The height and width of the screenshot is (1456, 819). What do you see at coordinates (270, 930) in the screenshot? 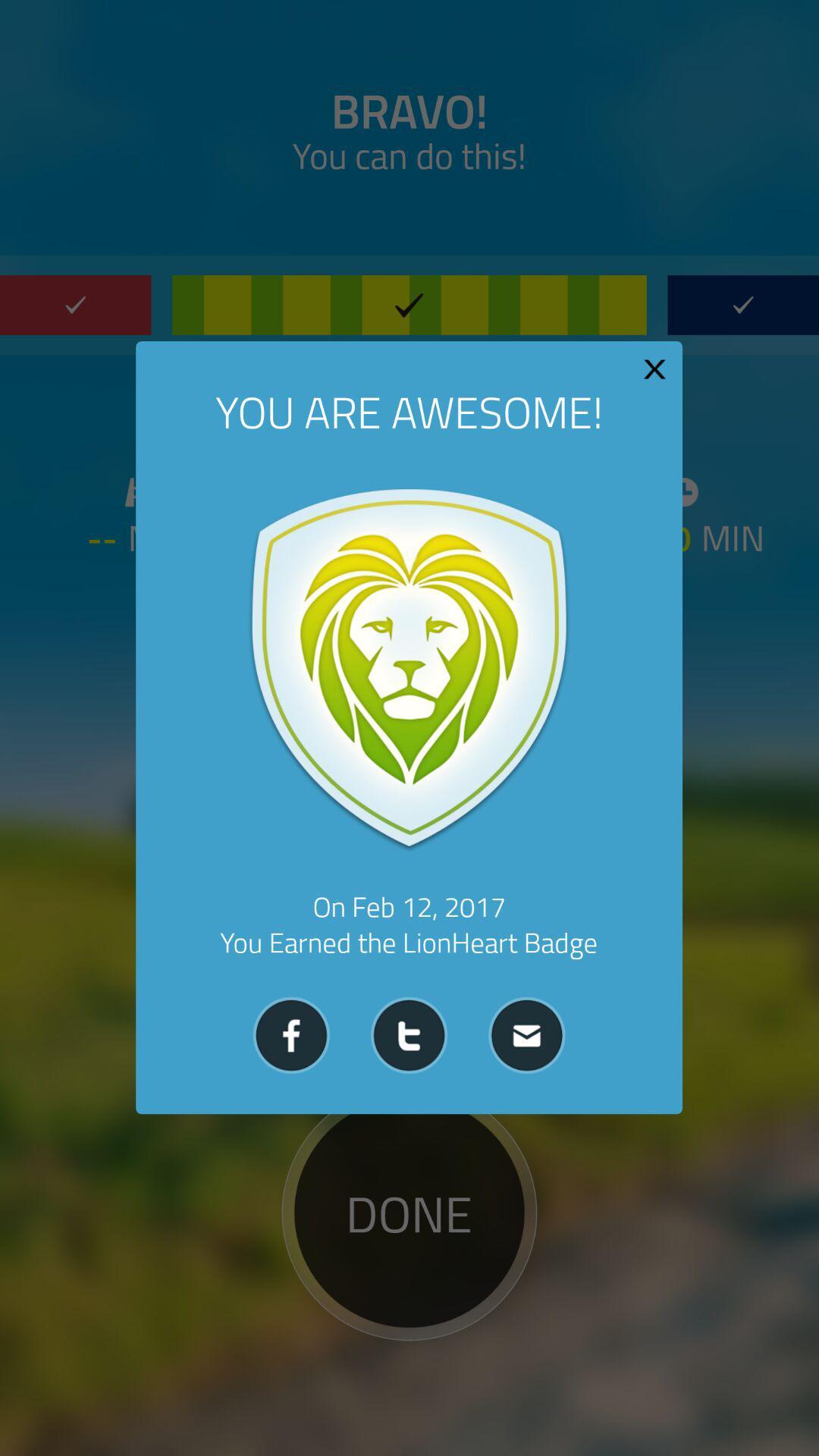
I see `the videocam icon` at bounding box center [270, 930].